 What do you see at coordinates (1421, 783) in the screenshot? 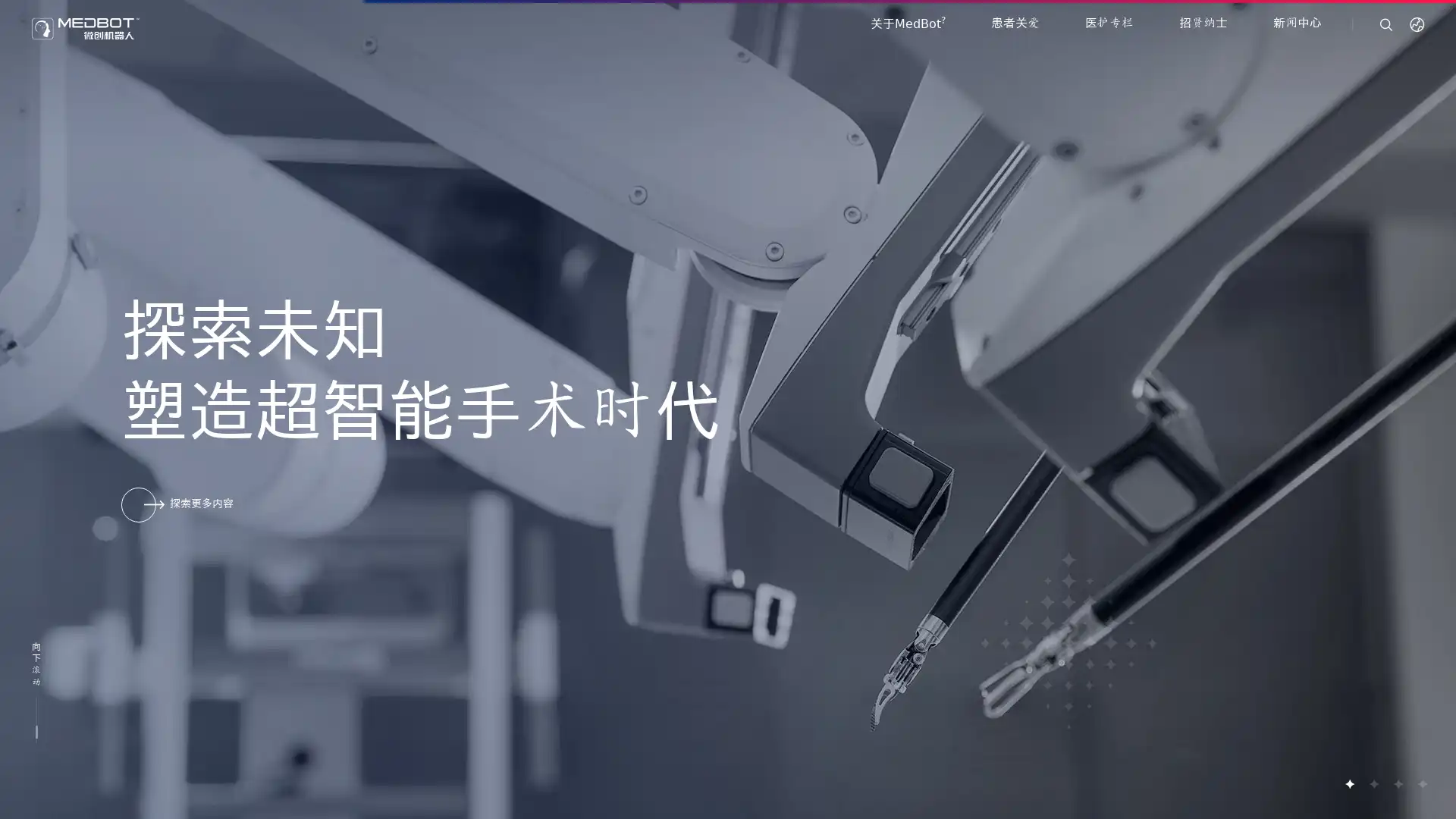
I see `Go to slide 4` at bounding box center [1421, 783].